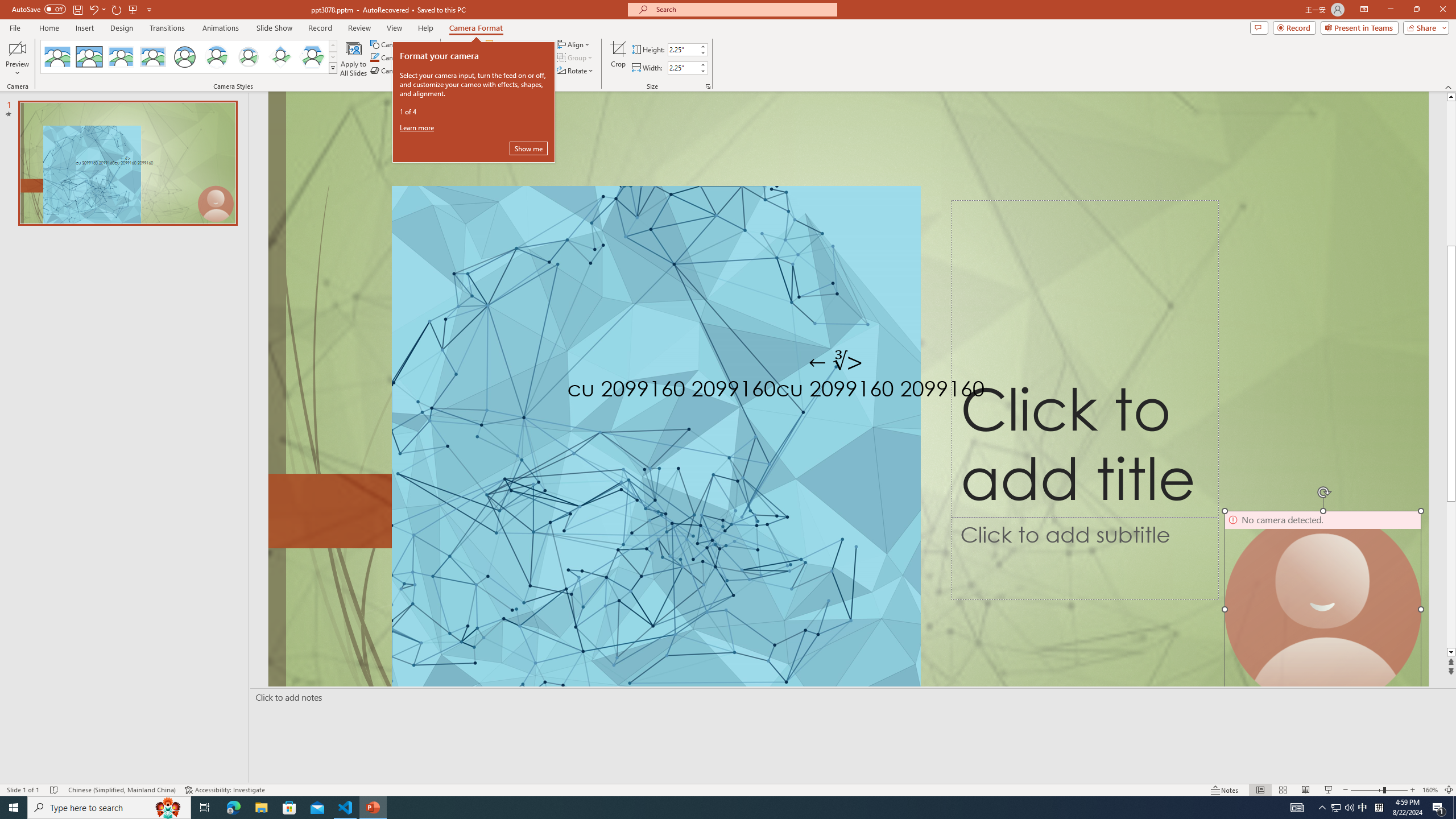 The width and height of the screenshot is (1456, 819). Describe the element at coordinates (682, 49) in the screenshot. I see `'Cameo Height'` at that location.